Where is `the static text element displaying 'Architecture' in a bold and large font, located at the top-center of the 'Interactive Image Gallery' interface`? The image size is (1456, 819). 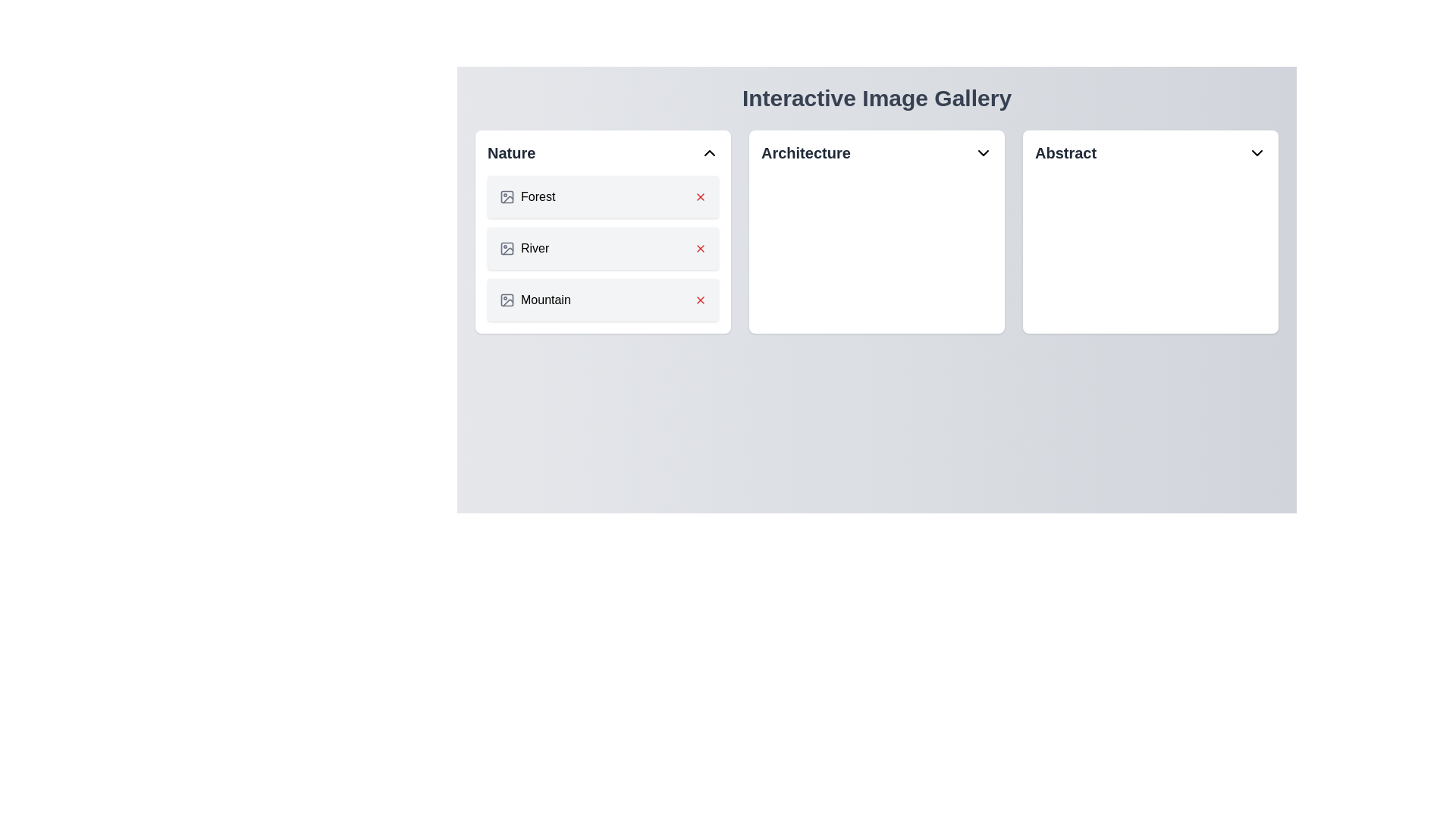
the static text element displaying 'Architecture' in a bold and large font, located at the top-center of the 'Interactive Image Gallery' interface is located at coordinates (805, 152).